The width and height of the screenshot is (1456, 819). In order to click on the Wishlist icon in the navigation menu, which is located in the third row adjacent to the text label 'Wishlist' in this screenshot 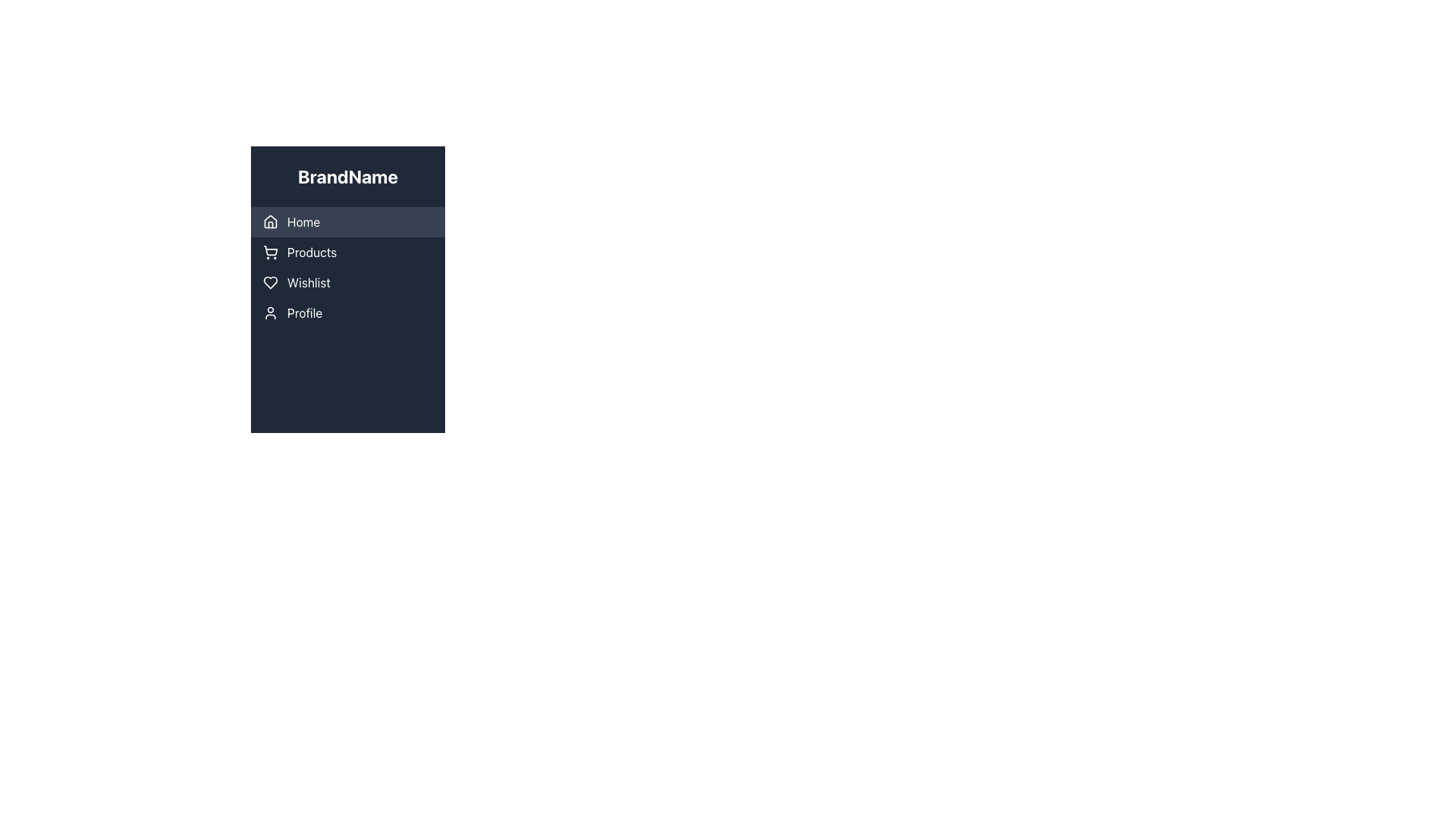, I will do `click(270, 283)`.